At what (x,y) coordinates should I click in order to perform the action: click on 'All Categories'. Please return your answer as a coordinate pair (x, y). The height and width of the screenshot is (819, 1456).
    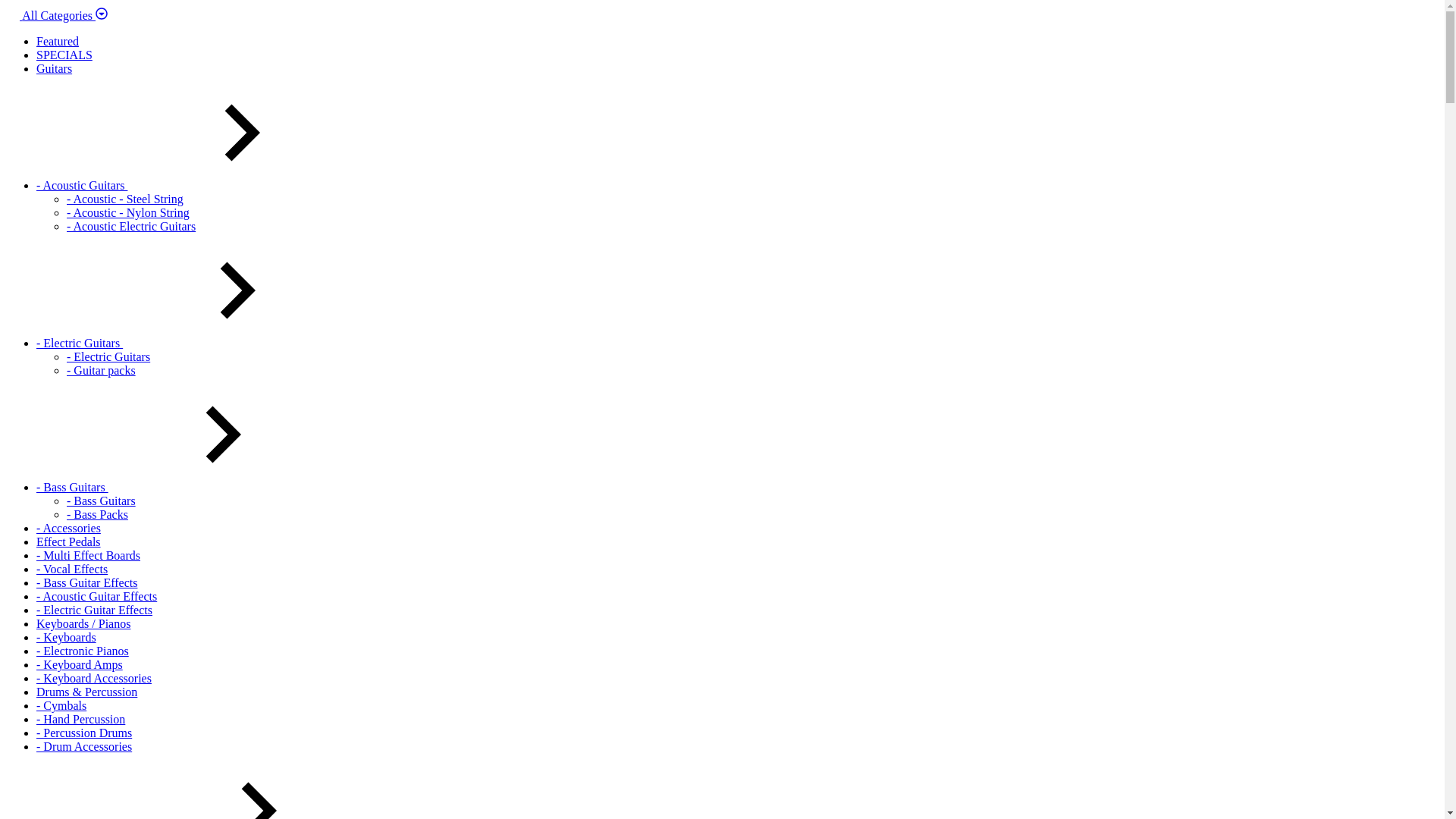
    Looking at the image, I should click on (57, 15).